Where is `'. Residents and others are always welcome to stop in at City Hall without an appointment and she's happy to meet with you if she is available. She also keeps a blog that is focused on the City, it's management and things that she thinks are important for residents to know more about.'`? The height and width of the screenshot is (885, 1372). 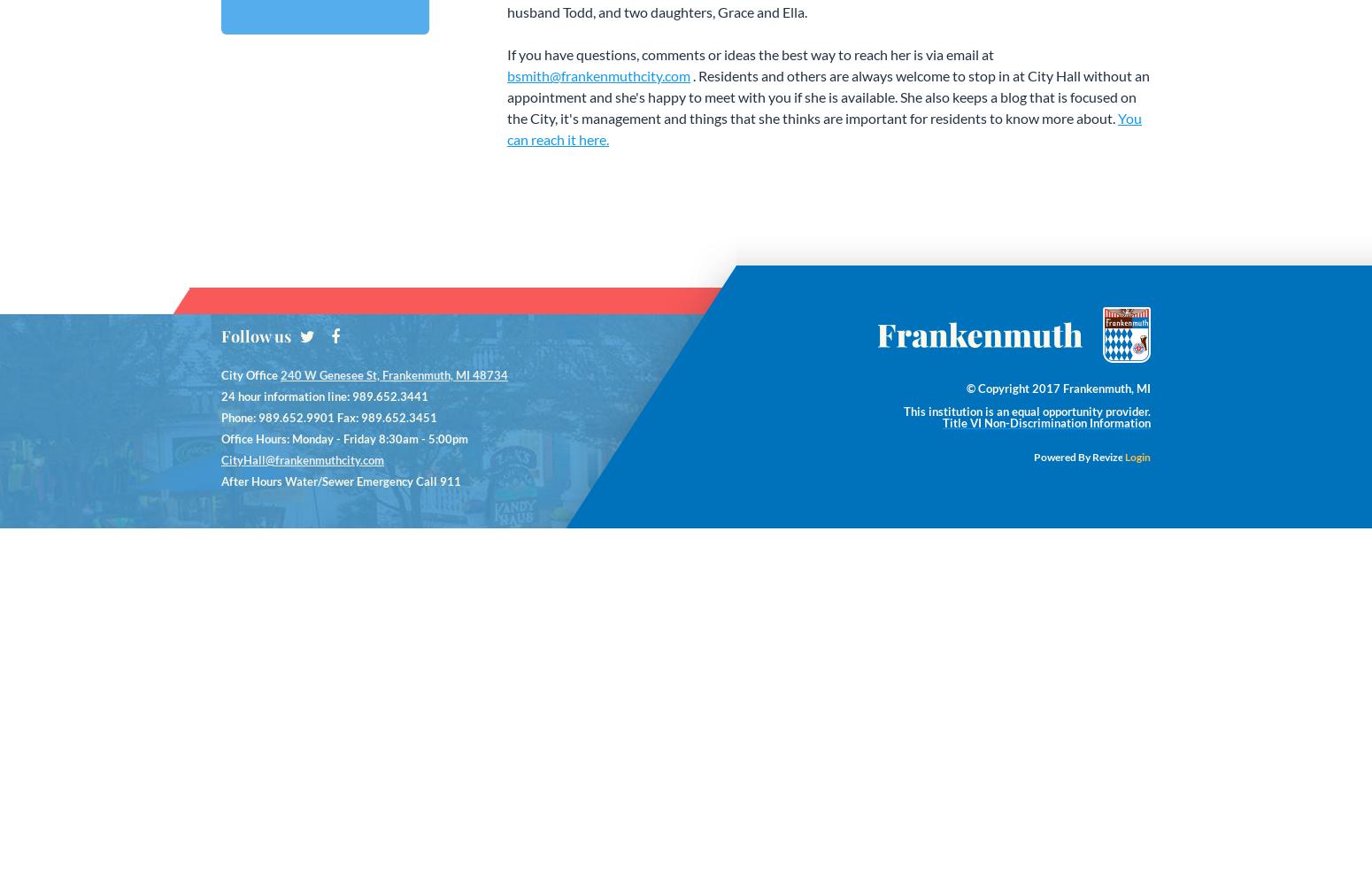
'. Residents and others are always welcome to stop in at City Hall without an appointment and she's happy to meet with you if she is available. She also keeps a blog that is focused on the City, it's management and things that she thinks are important for residents to know more about.' is located at coordinates (828, 96).